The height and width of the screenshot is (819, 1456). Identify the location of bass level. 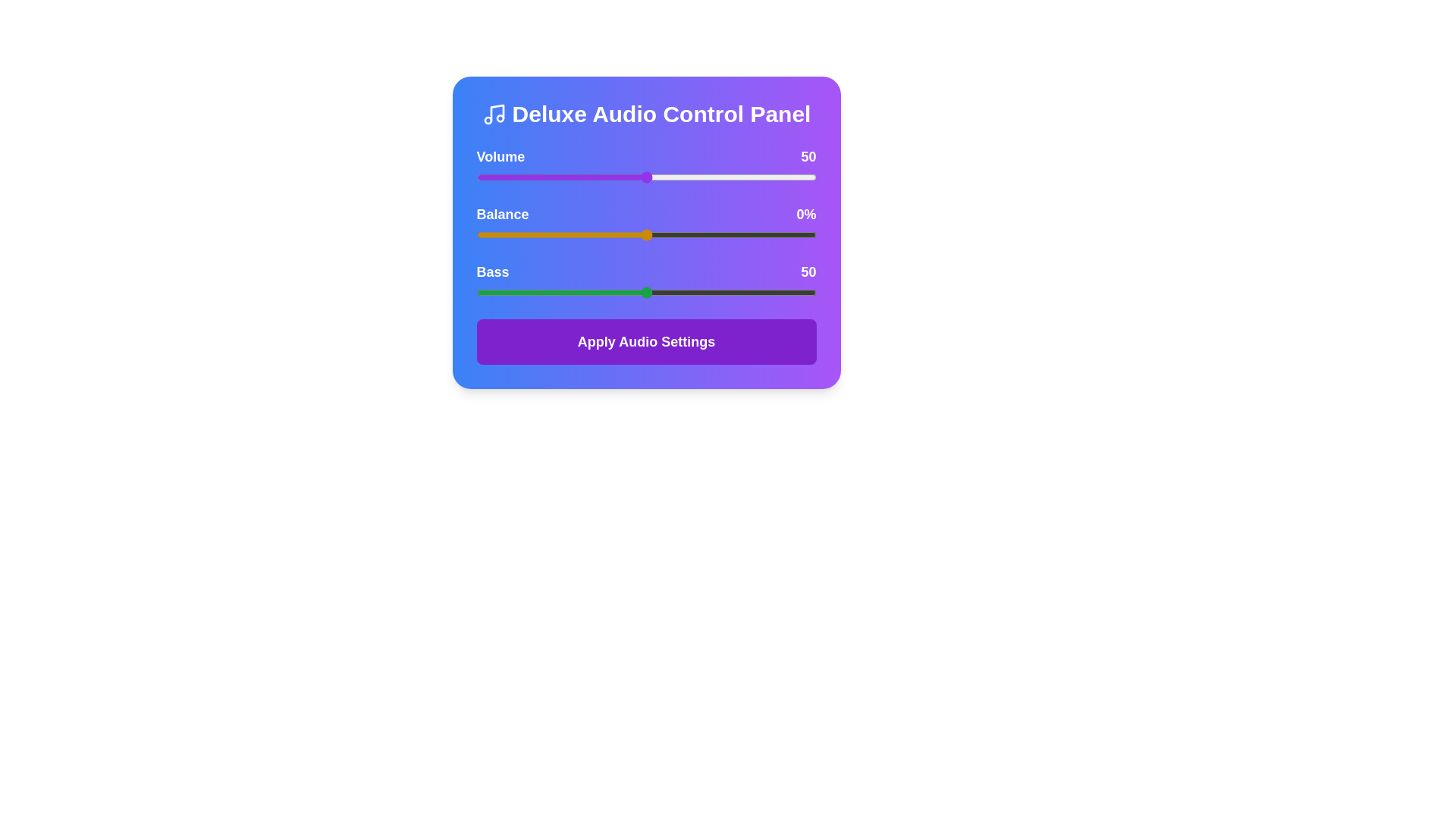
(696, 292).